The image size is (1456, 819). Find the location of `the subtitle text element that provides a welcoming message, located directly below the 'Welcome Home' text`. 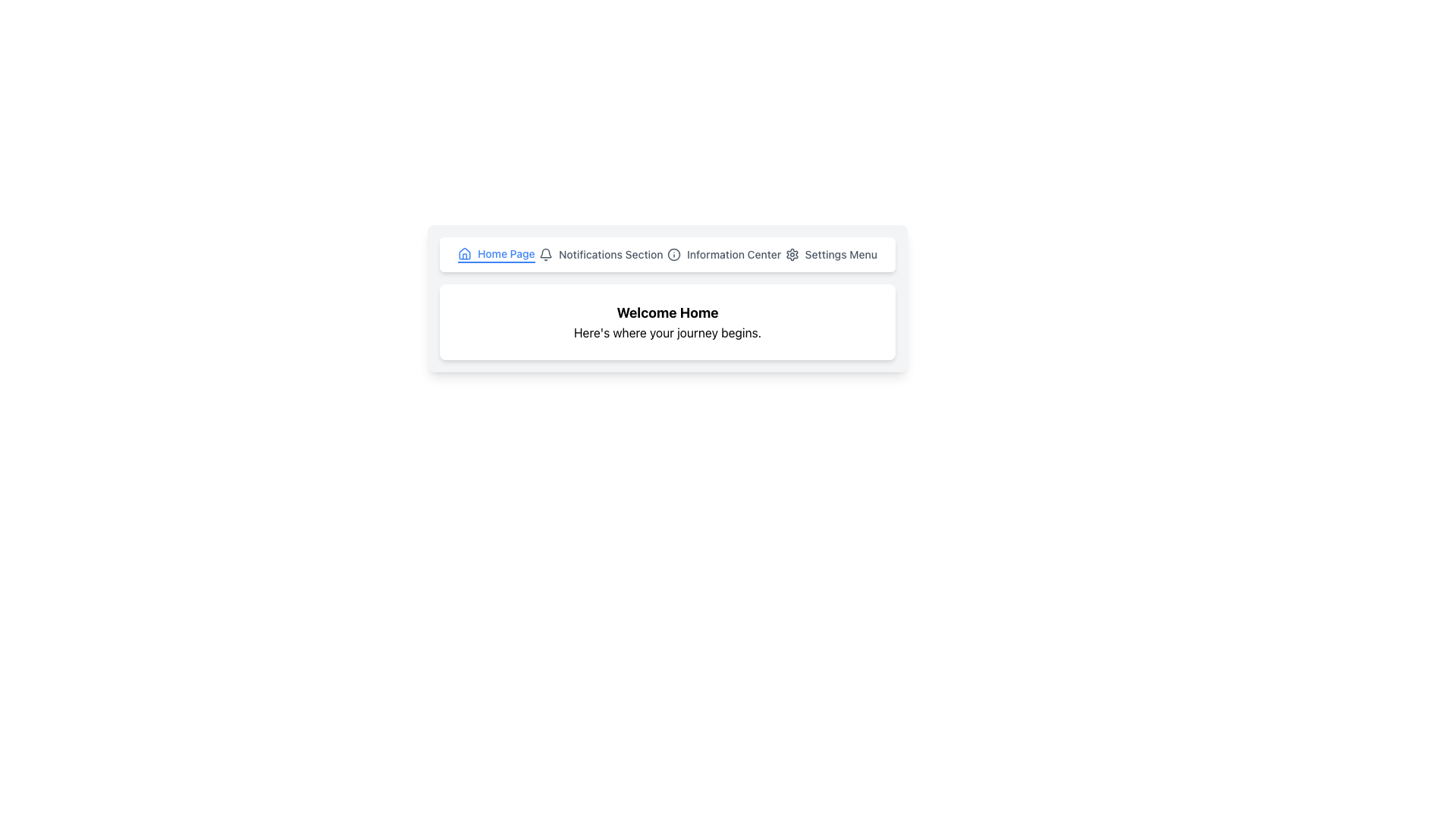

the subtitle text element that provides a welcoming message, located directly below the 'Welcome Home' text is located at coordinates (667, 332).